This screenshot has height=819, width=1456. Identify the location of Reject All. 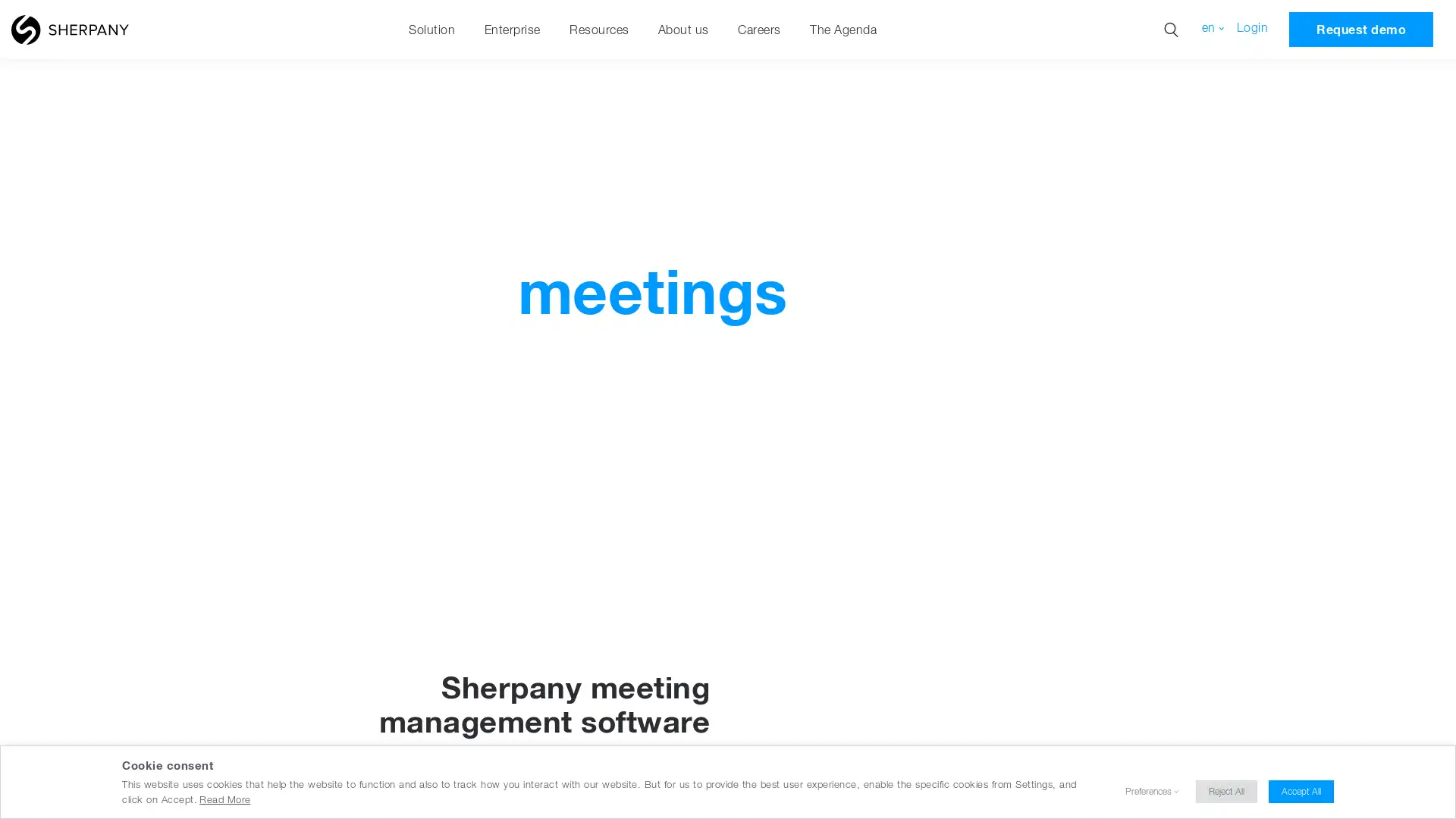
(1226, 791).